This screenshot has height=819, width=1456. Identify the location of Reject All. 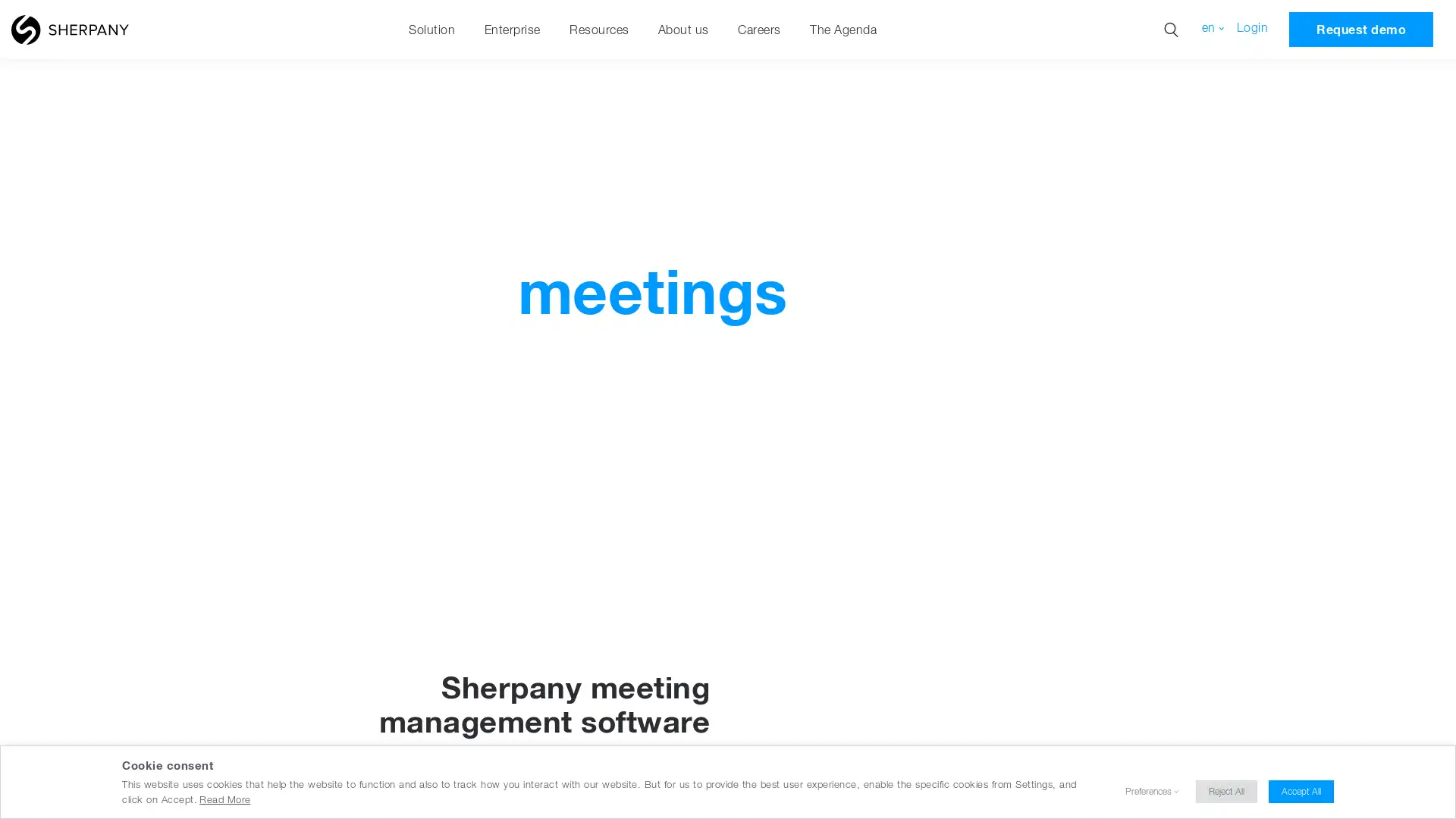
(1226, 791).